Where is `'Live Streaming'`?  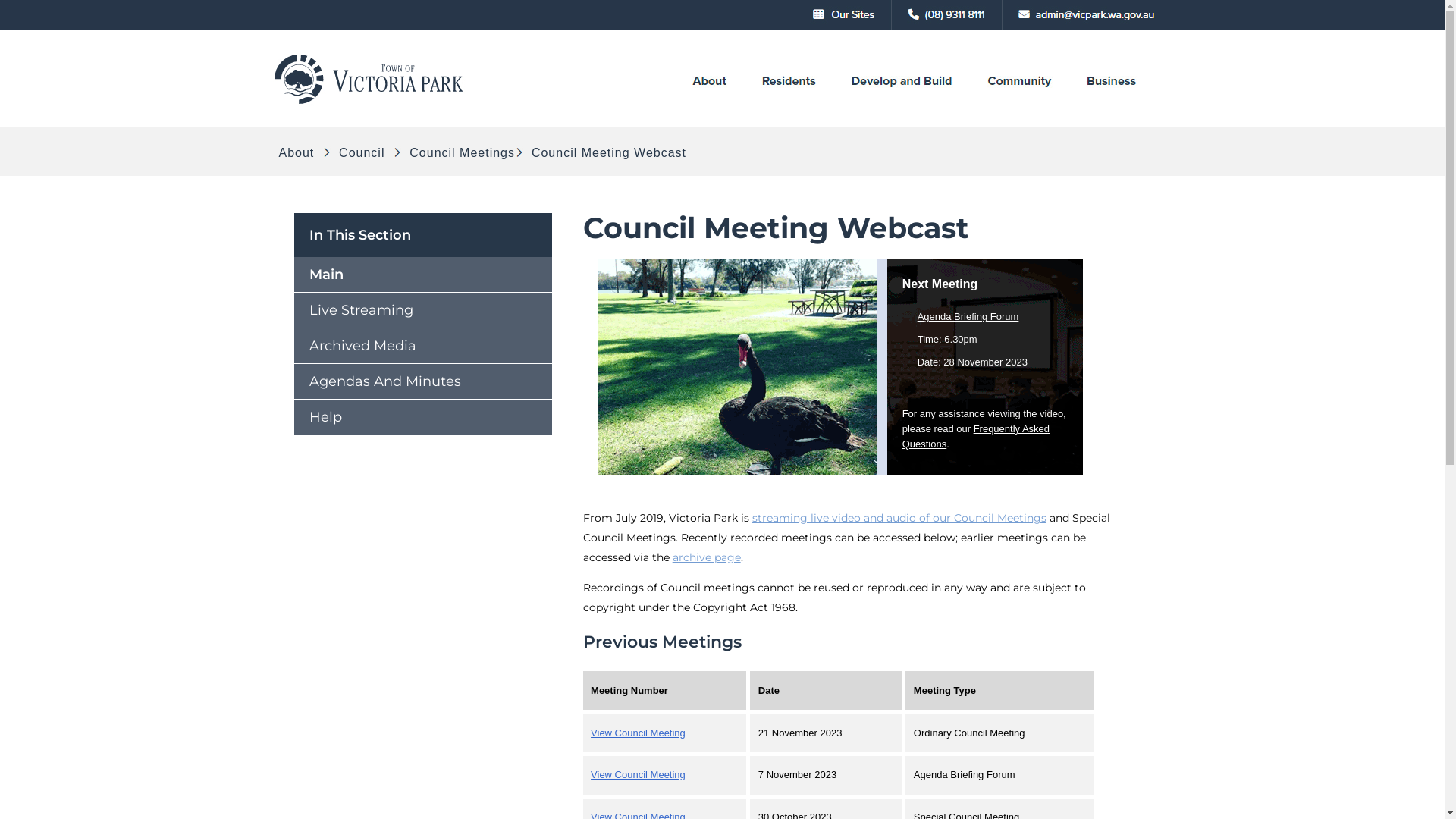
'Live Streaming' is located at coordinates (422, 309).